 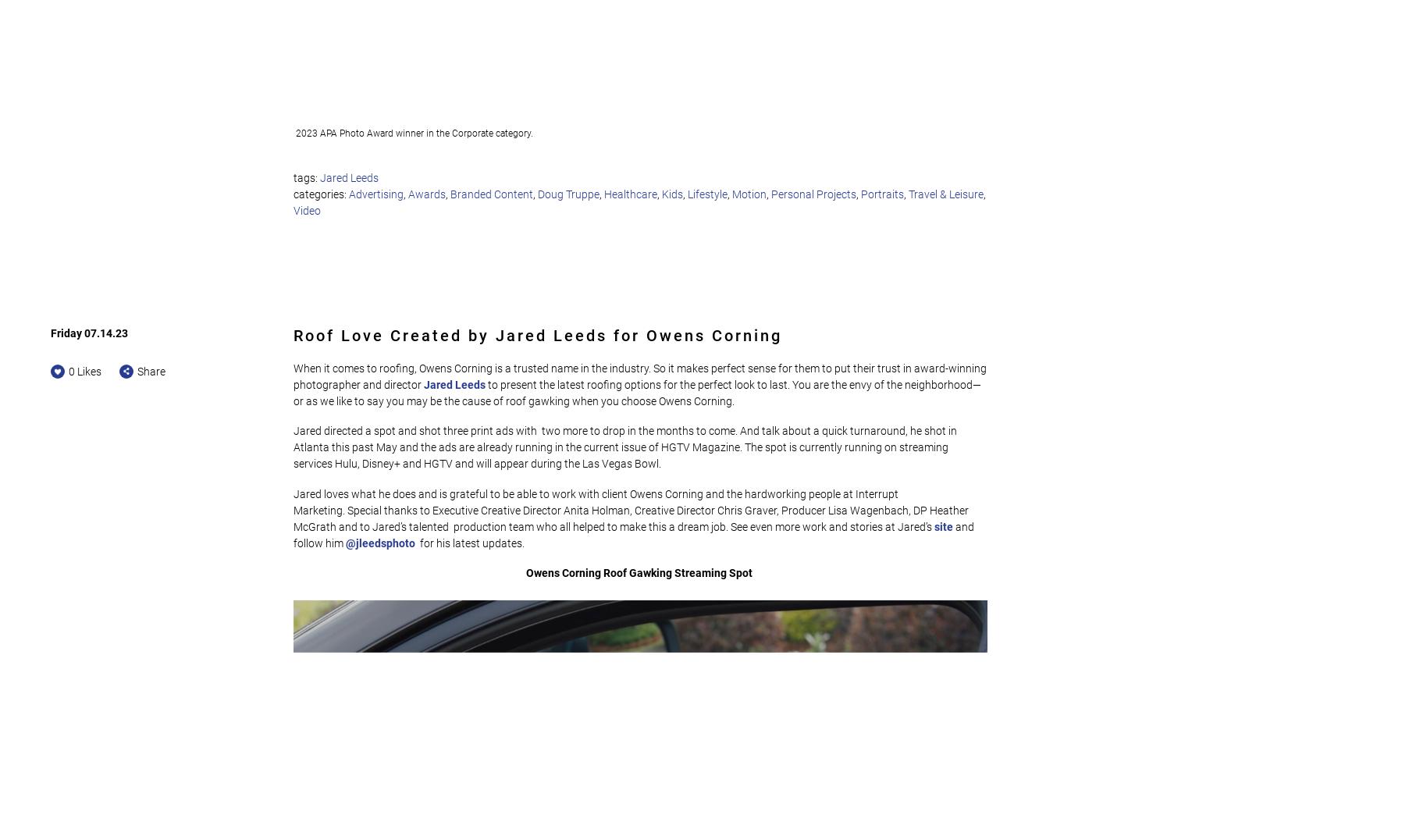 What do you see at coordinates (321, 194) in the screenshot?
I see `'categories:'` at bounding box center [321, 194].